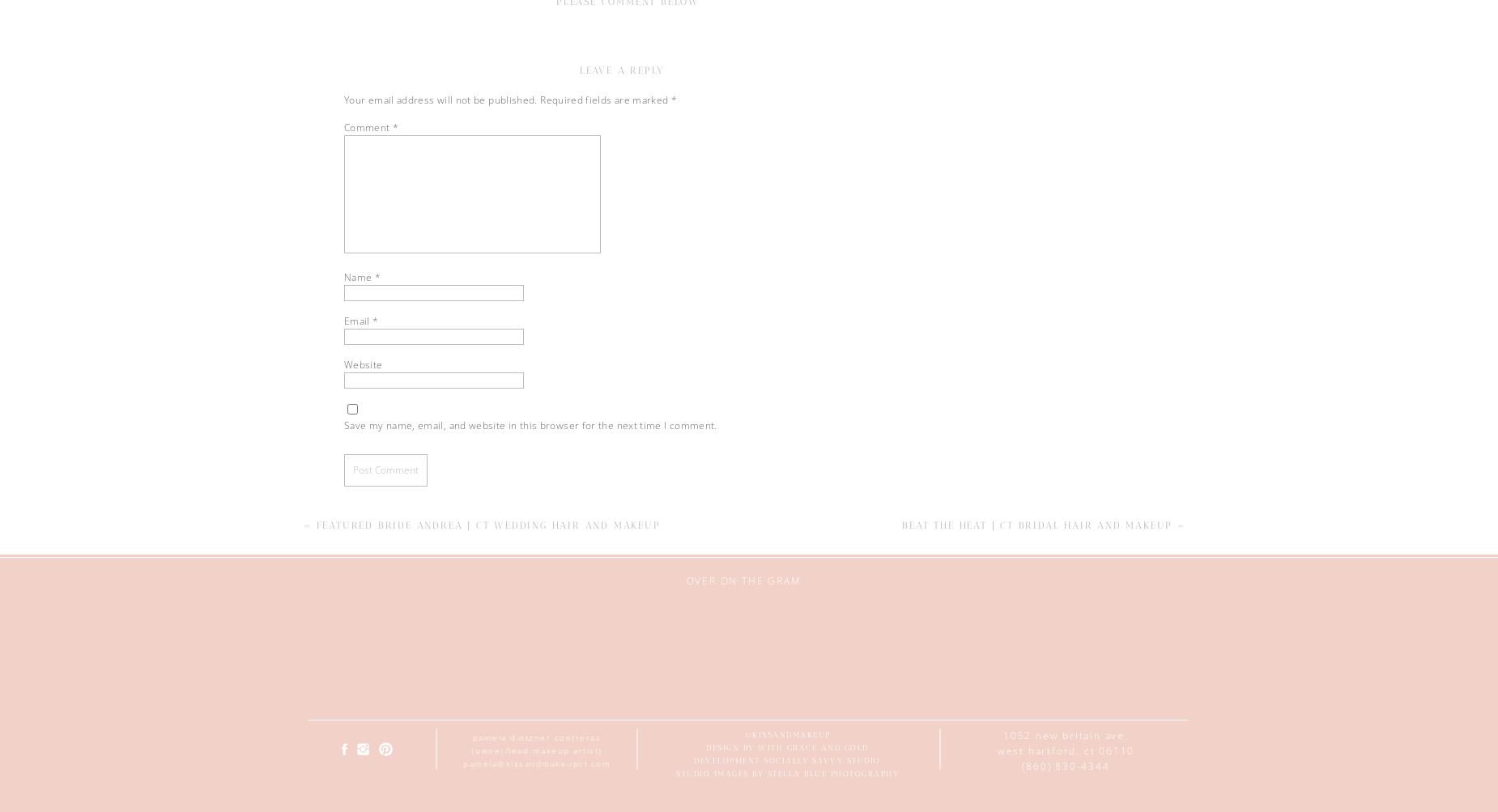 The width and height of the screenshot is (1498, 812). I want to click on 'Website', so click(343, 364).